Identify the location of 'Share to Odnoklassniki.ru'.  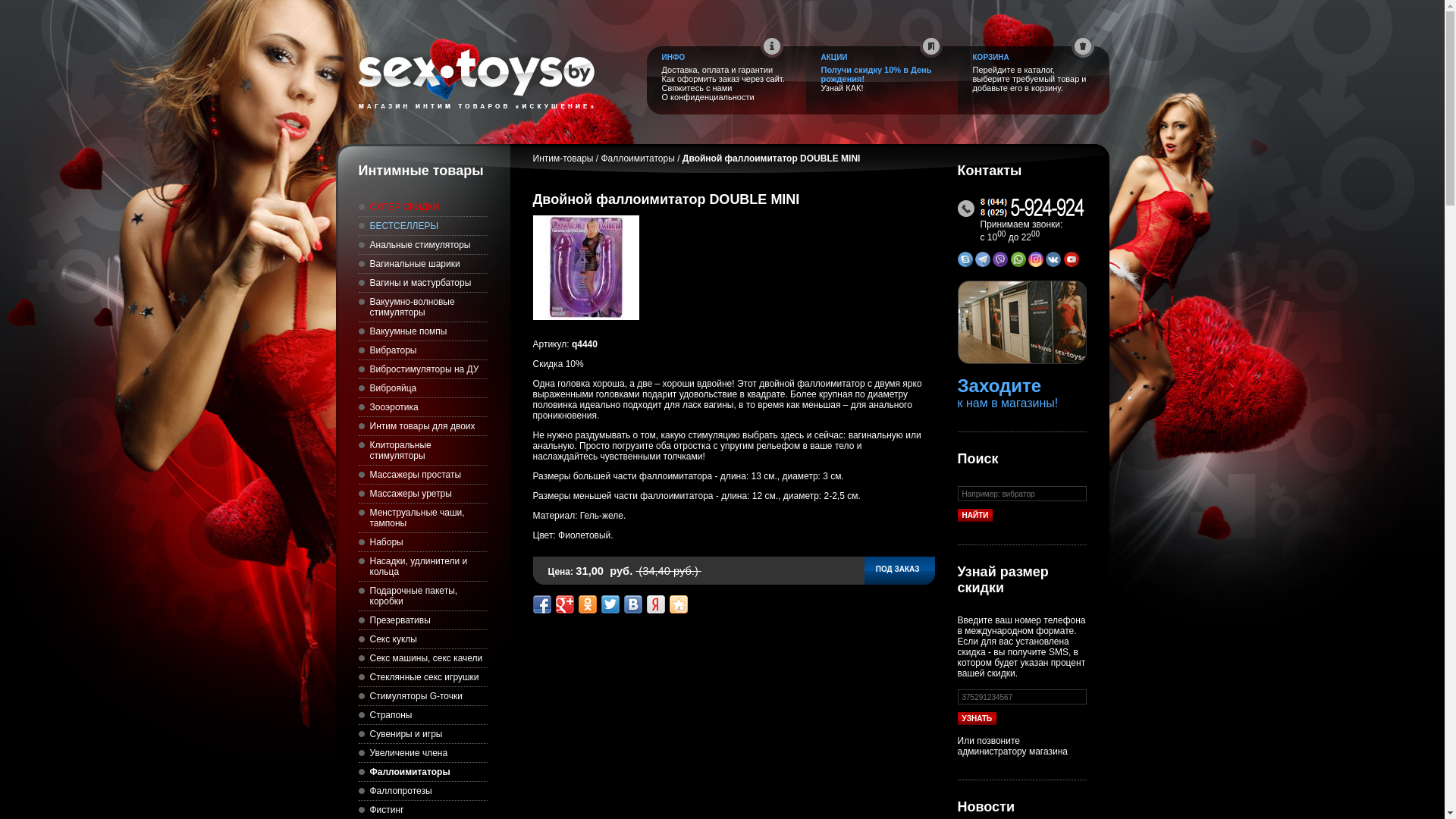
(585, 604).